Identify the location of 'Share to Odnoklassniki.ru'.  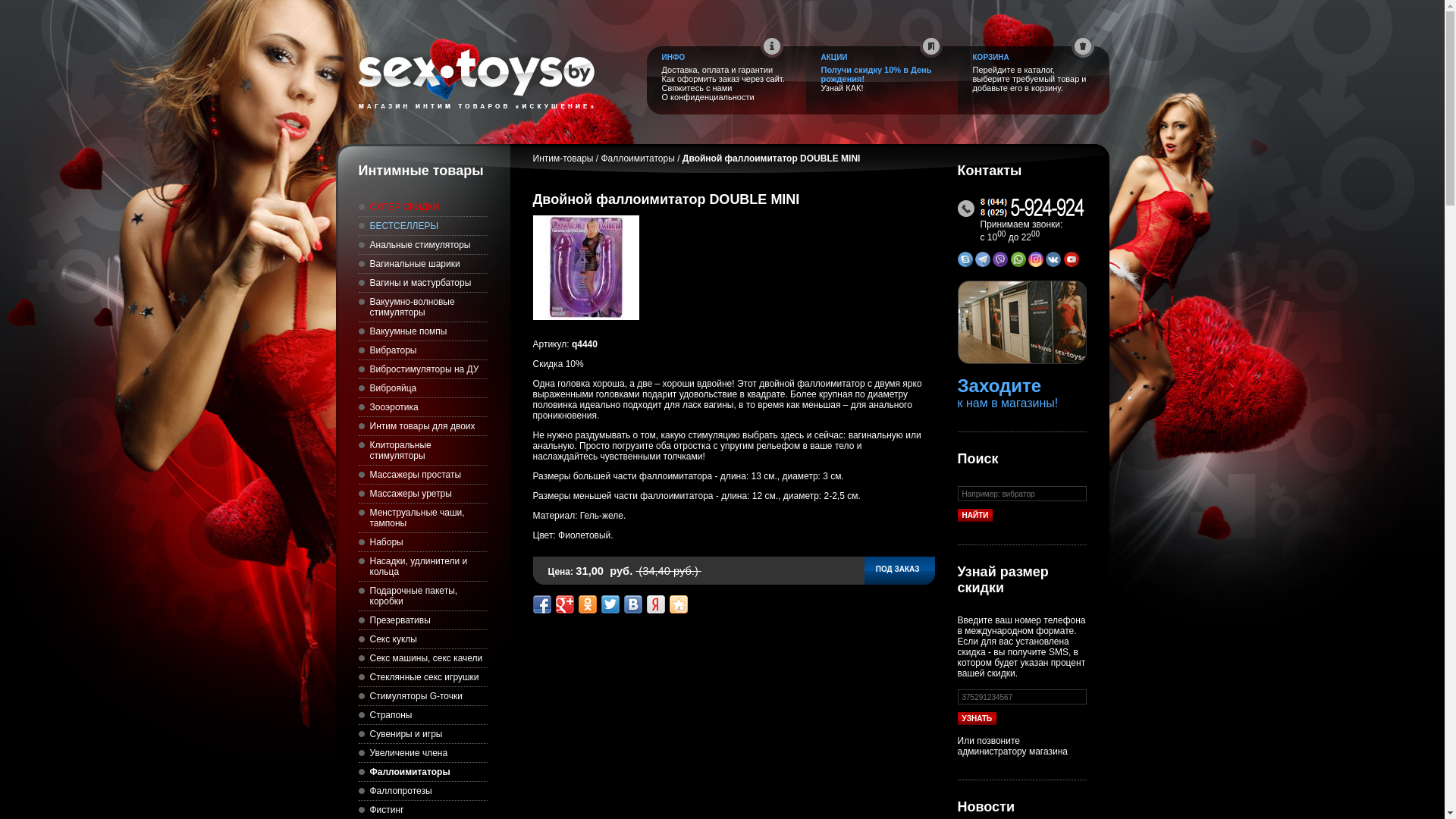
(585, 604).